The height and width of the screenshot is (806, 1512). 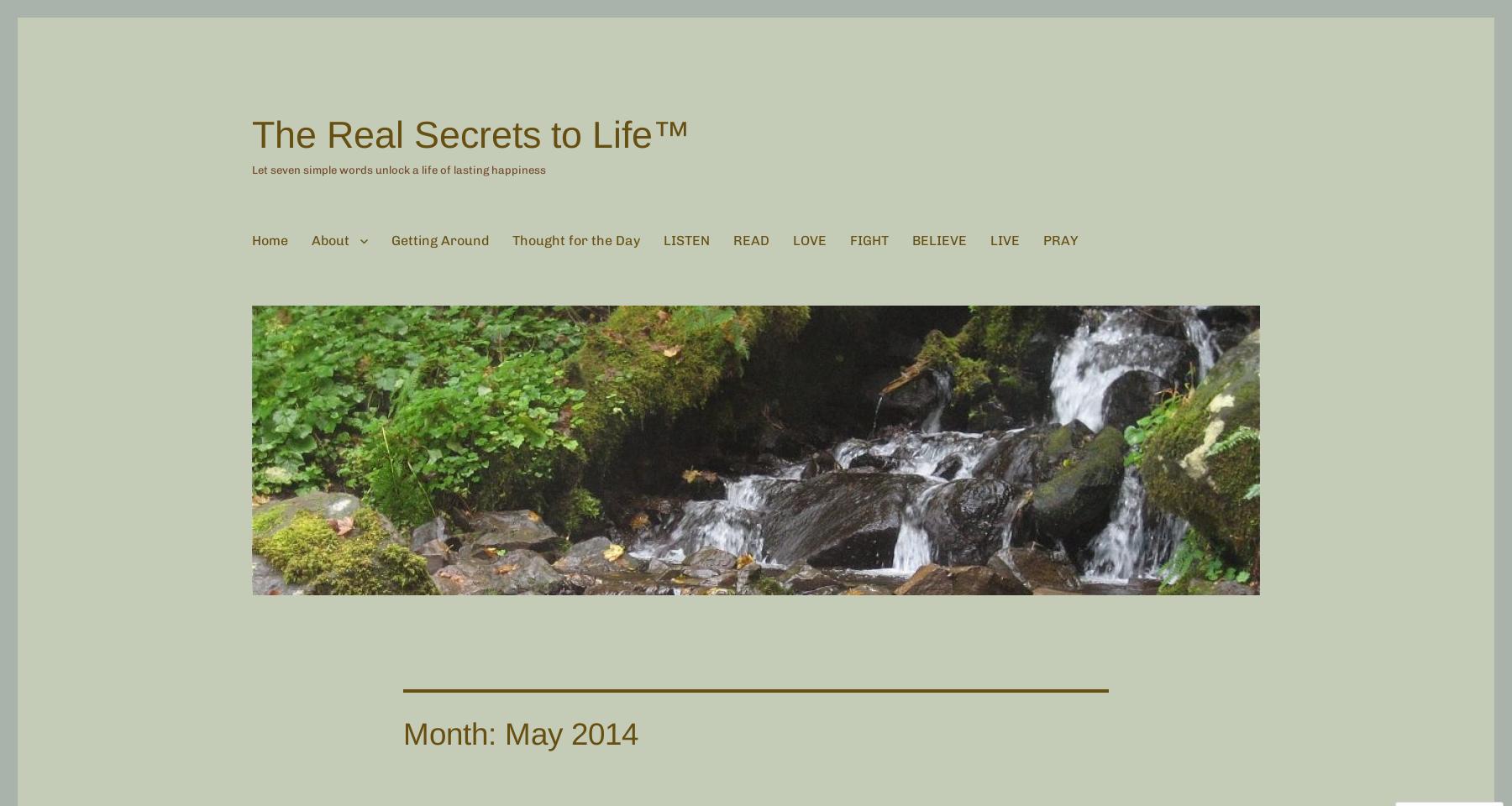 What do you see at coordinates (570, 732) in the screenshot?
I see `'May 2014'` at bounding box center [570, 732].